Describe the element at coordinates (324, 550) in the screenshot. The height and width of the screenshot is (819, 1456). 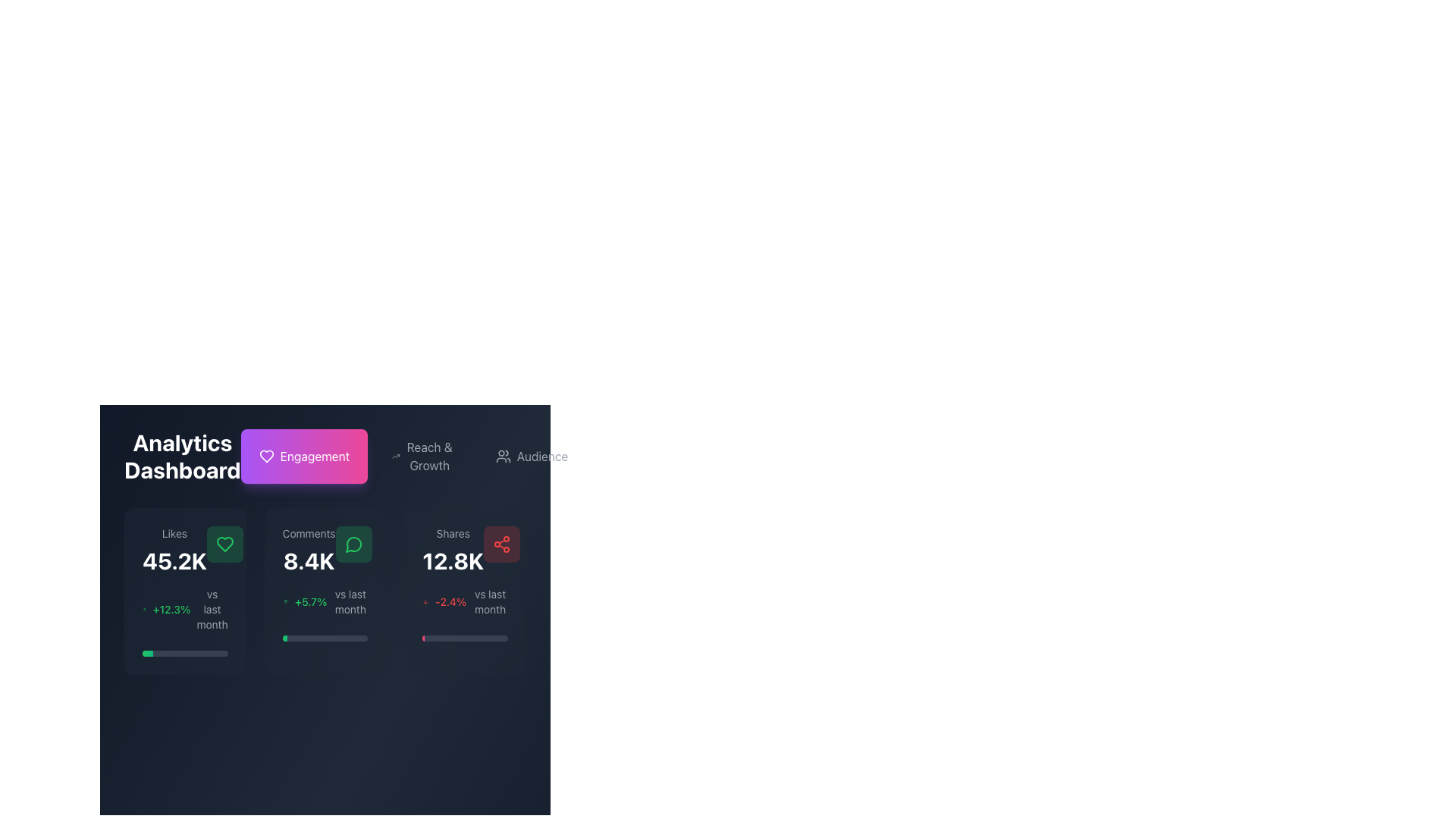
I see `the Metric Display Box that shows the number of comments (8.4K)` at that location.